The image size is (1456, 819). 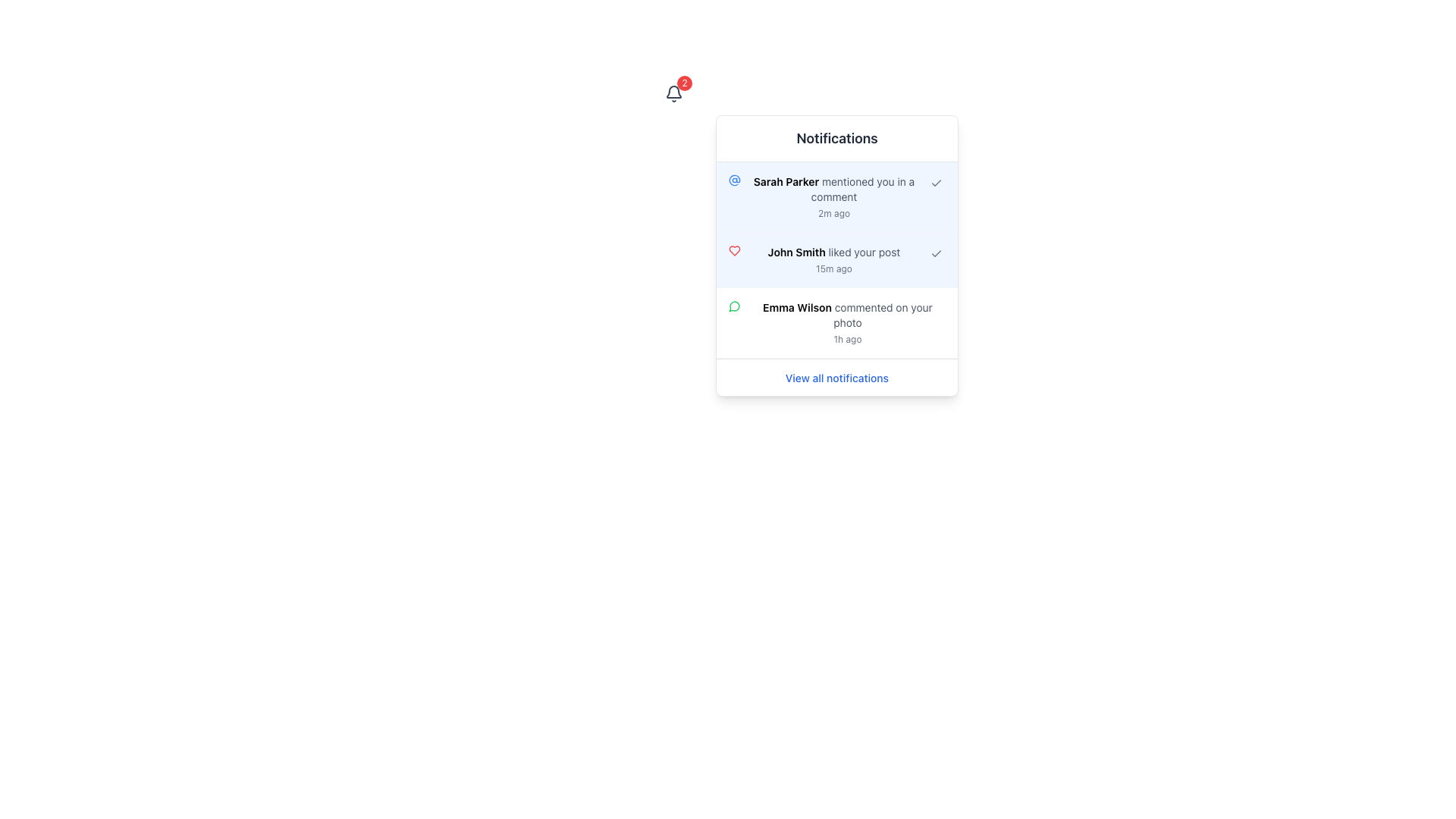 I want to click on the first notification item in the notification panel that informs about Sarah Parker mentioning you in a comment, so click(x=833, y=196).